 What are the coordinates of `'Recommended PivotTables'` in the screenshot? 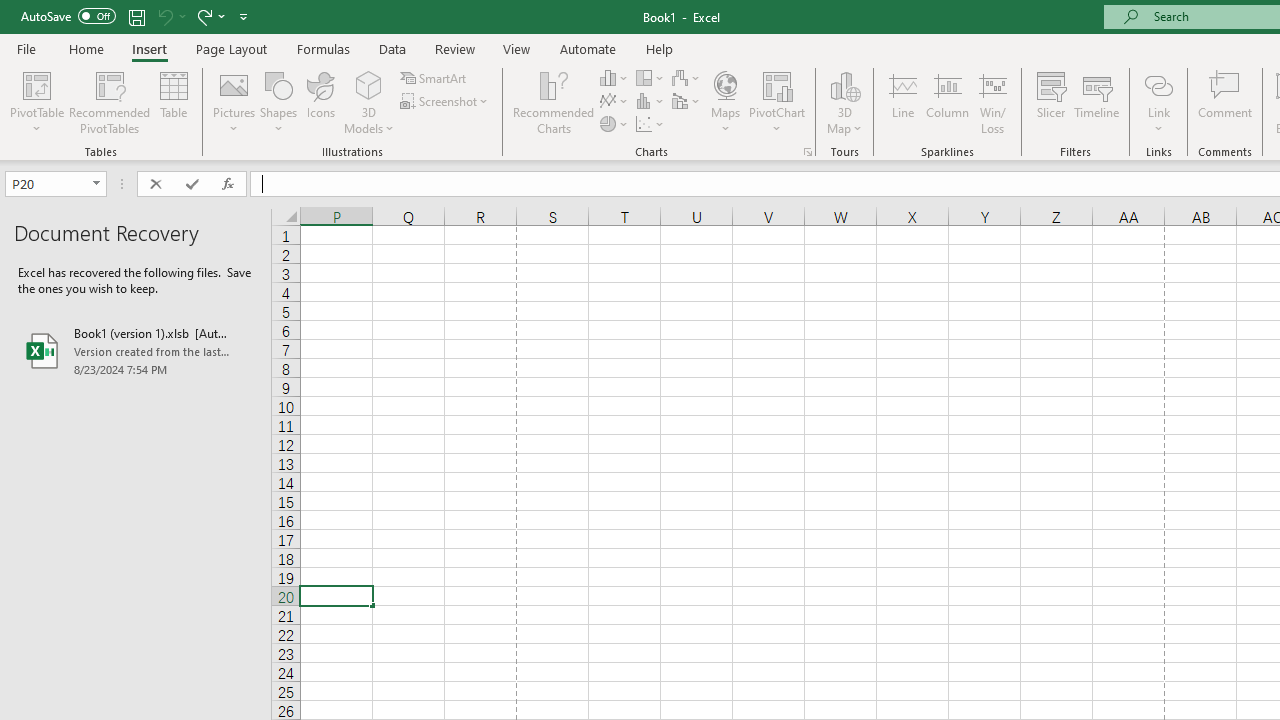 It's located at (109, 103).